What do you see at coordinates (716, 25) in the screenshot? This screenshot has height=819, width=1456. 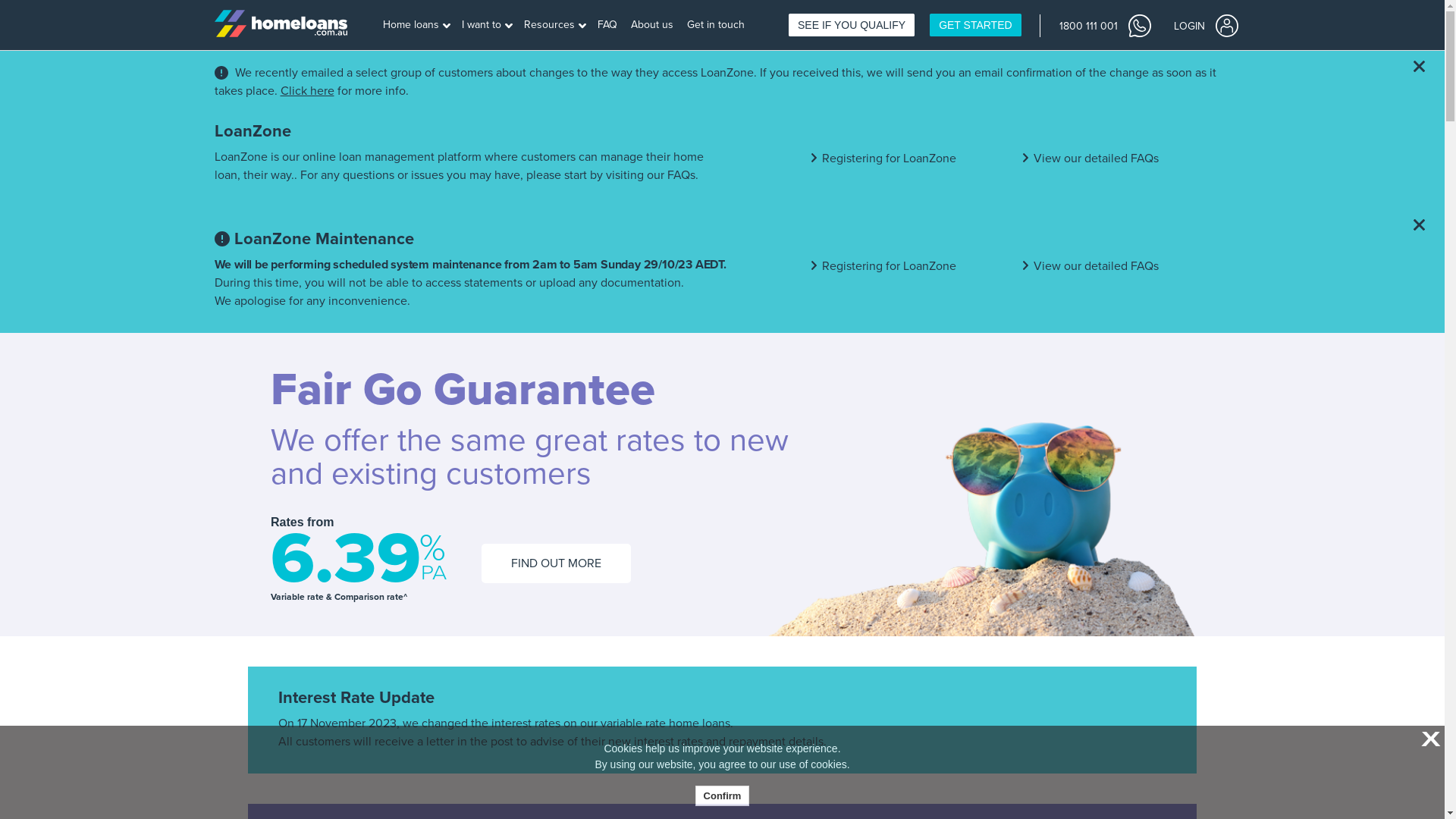 I see `'Get in touch'` at bounding box center [716, 25].